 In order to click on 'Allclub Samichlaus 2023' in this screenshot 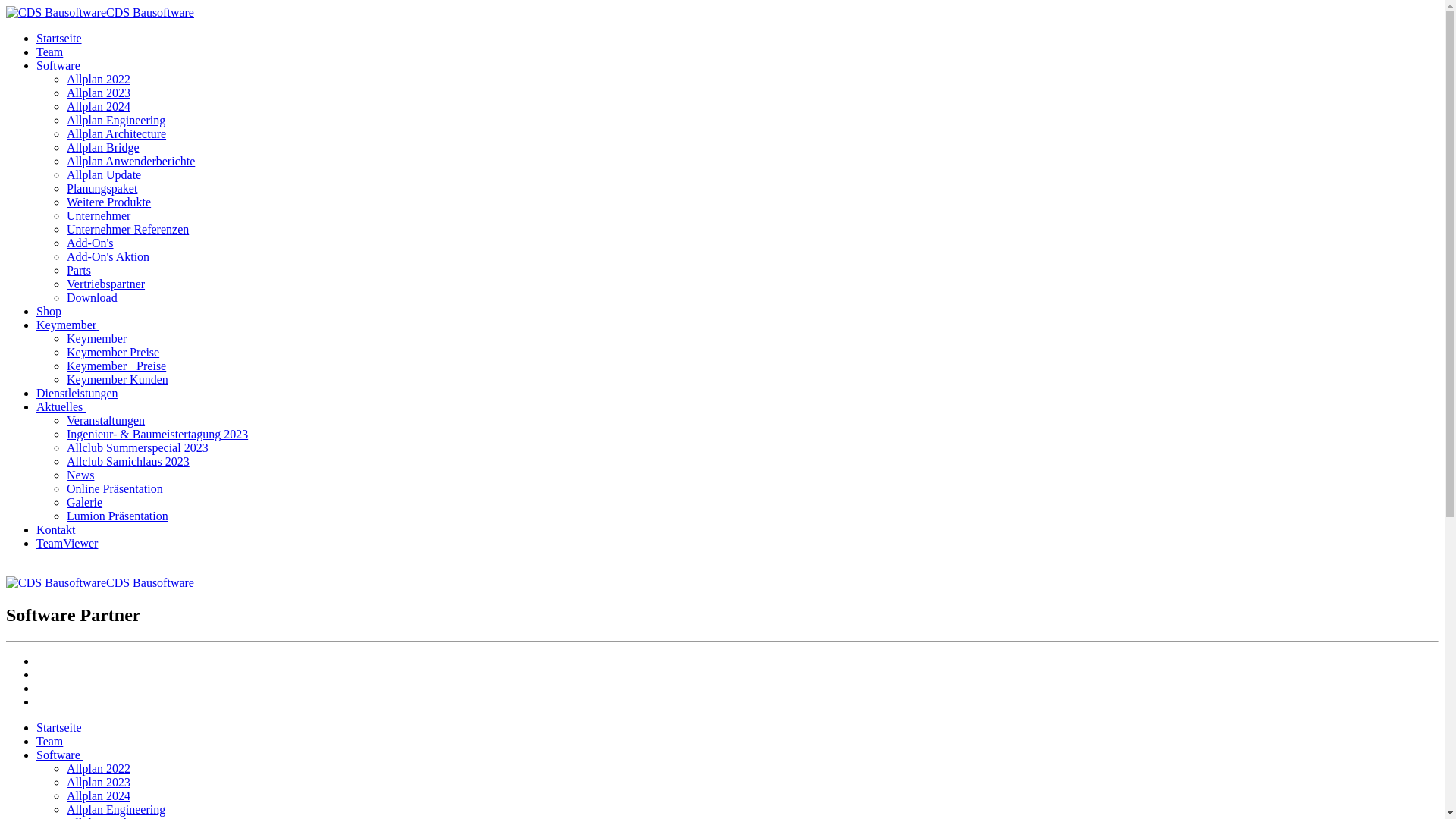, I will do `click(127, 460)`.